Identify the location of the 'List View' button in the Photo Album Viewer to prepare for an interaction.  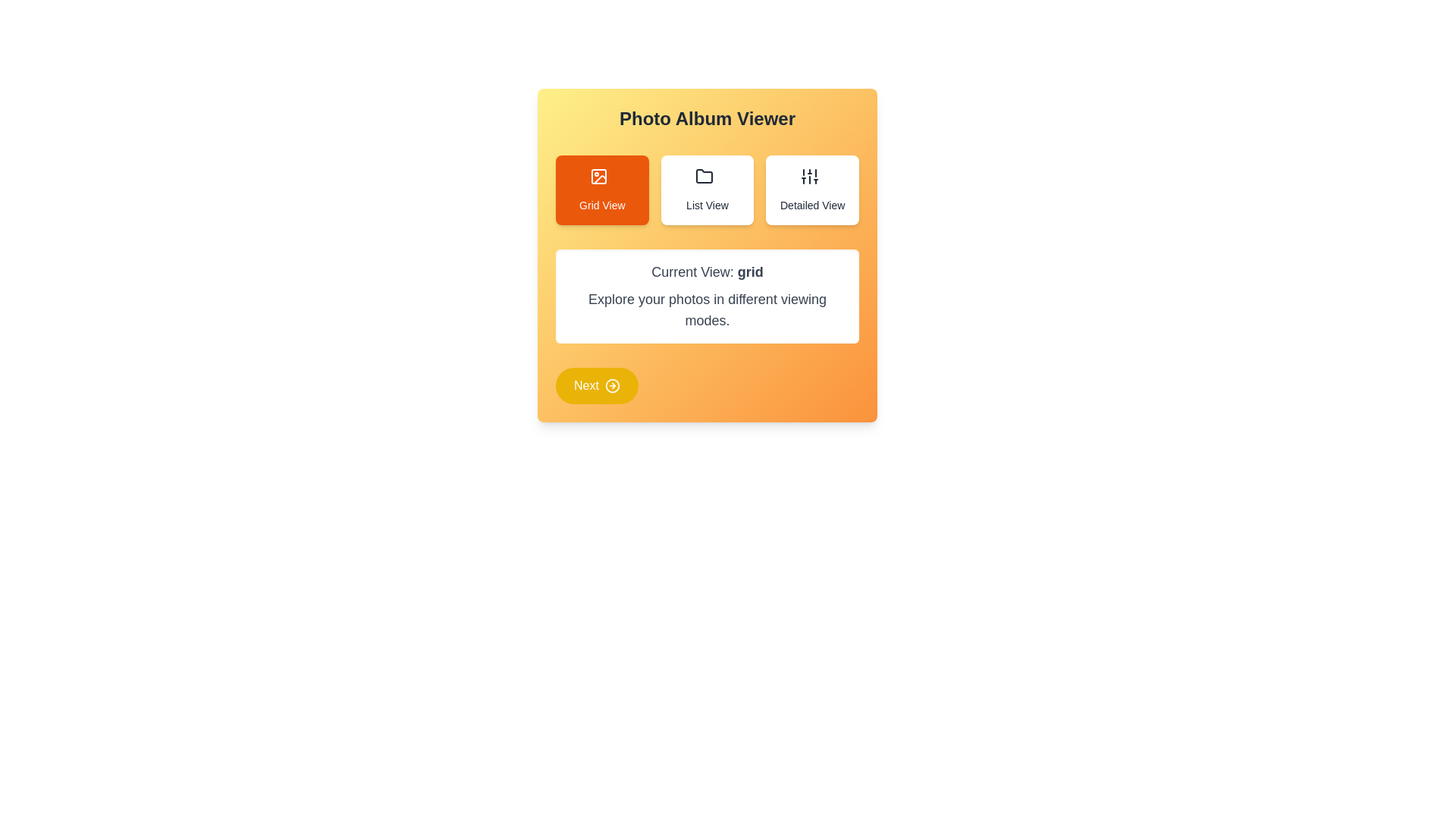
(706, 189).